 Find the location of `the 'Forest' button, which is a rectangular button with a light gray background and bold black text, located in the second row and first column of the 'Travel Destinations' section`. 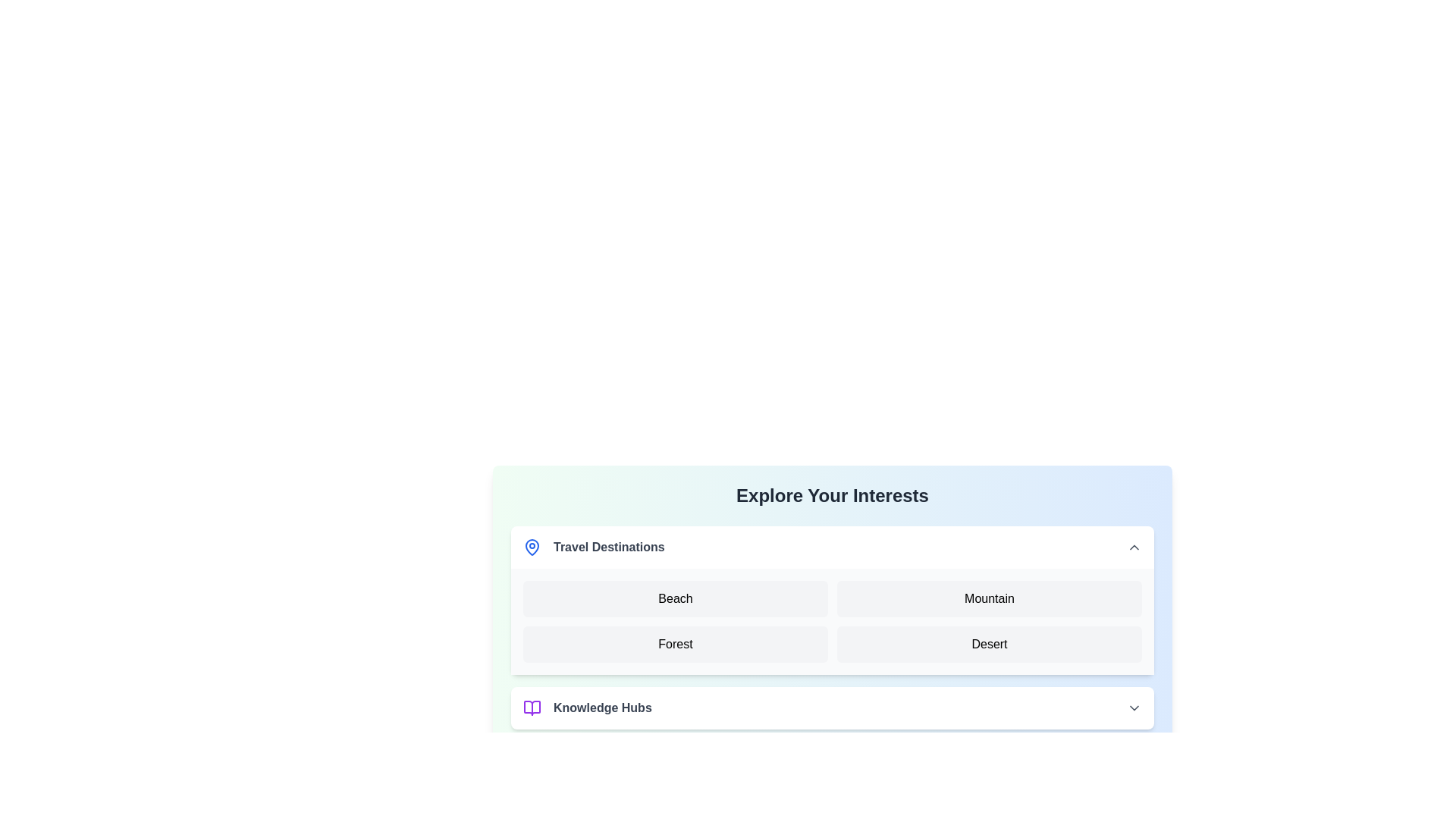

the 'Forest' button, which is a rectangular button with a light gray background and bold black text, located in the second row and first column of the 'Travel Destinations' section is located at coordinates (675, 644).